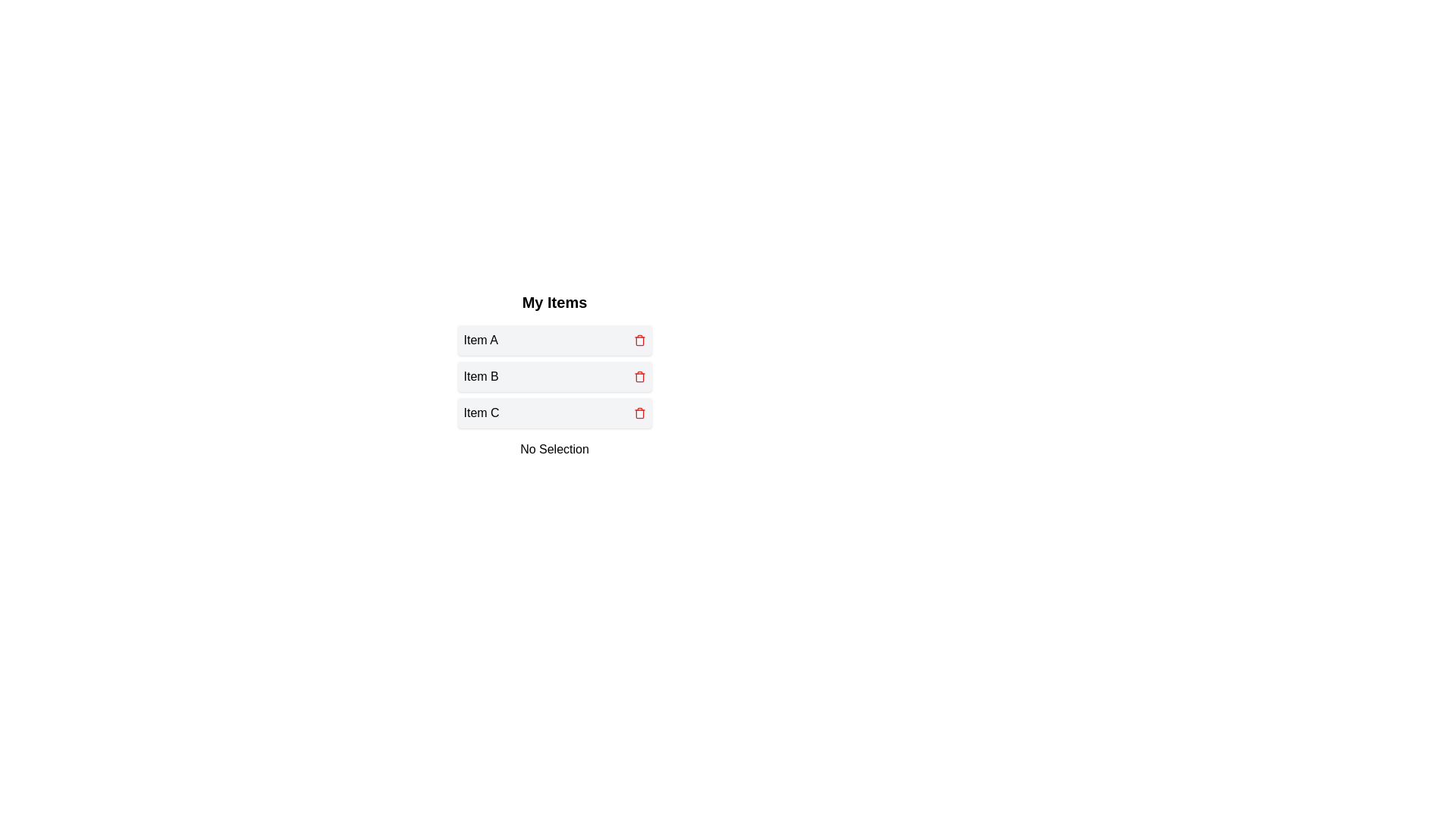  Describe the element at coordinates (479, 339) in the screenshot. I see `the text 'Item A' to select it` at that location.